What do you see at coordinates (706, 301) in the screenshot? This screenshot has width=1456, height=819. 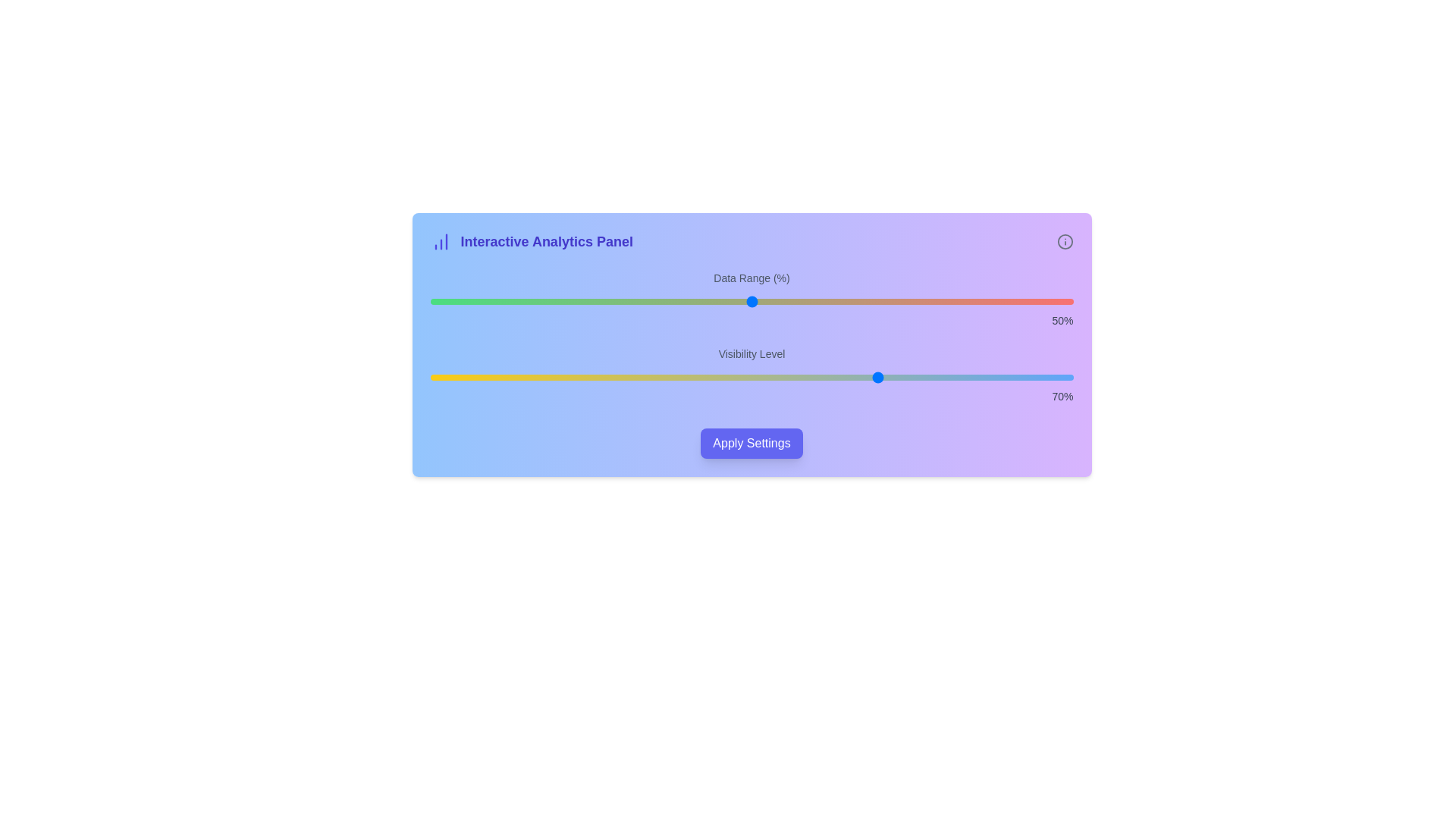 I see `the 'Data Range (%)' slider to 43% value` at bounding box center [706, 301].